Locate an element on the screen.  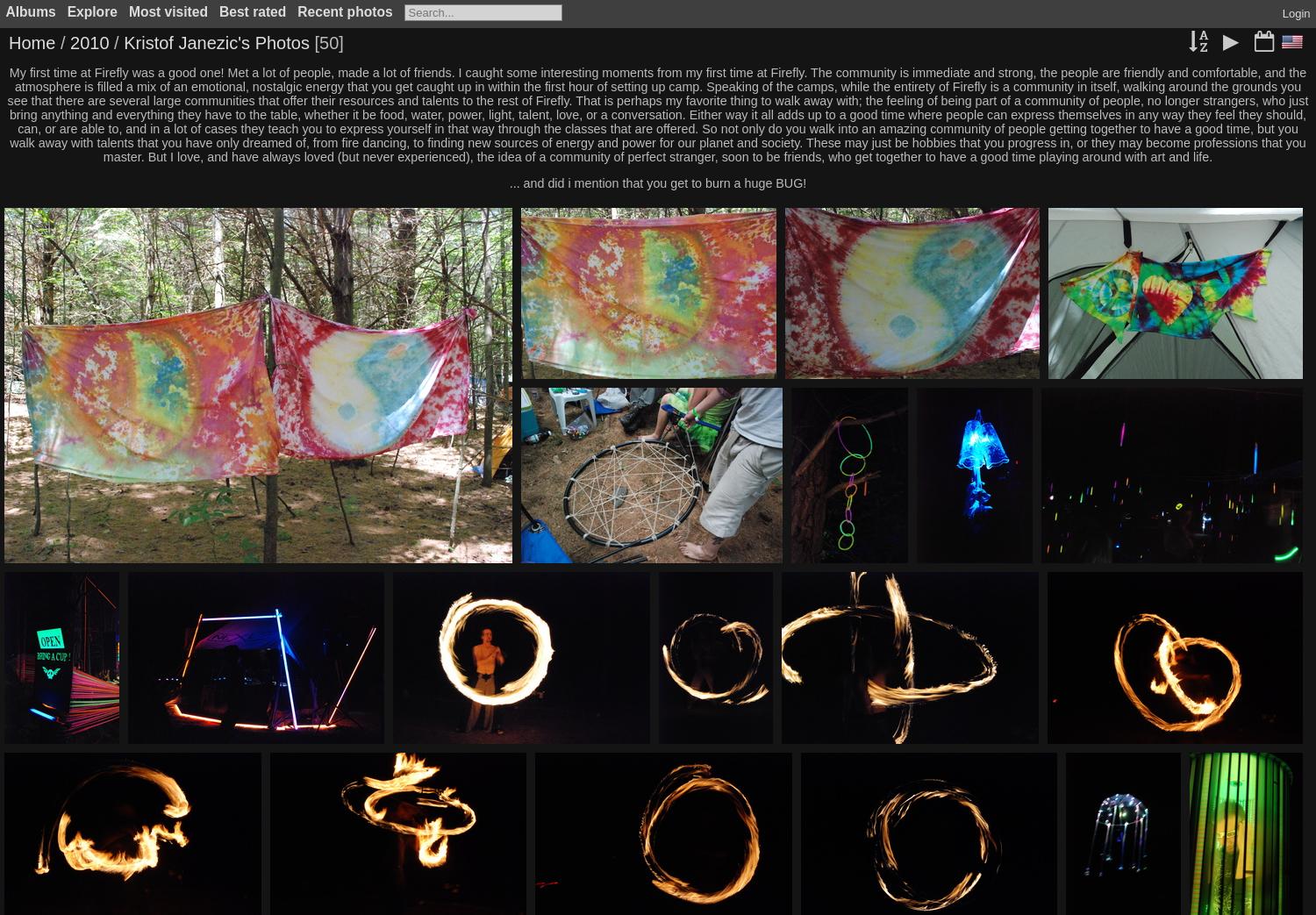
'IMG 90' is located at coordinates (852, 575).